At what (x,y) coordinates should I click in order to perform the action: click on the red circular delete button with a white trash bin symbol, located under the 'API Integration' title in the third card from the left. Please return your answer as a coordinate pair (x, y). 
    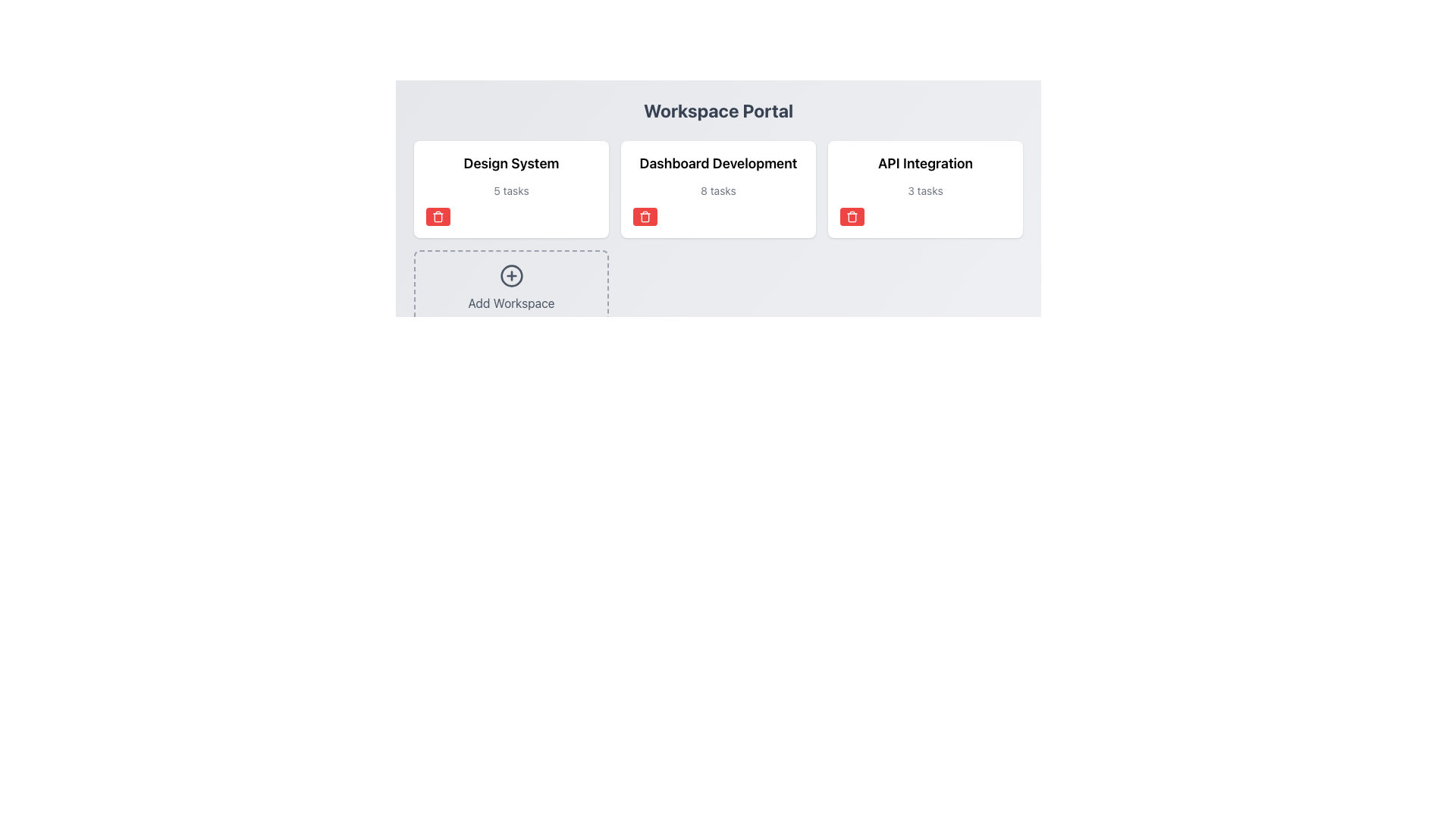
    Looking at the image, I should click on (852, 216).